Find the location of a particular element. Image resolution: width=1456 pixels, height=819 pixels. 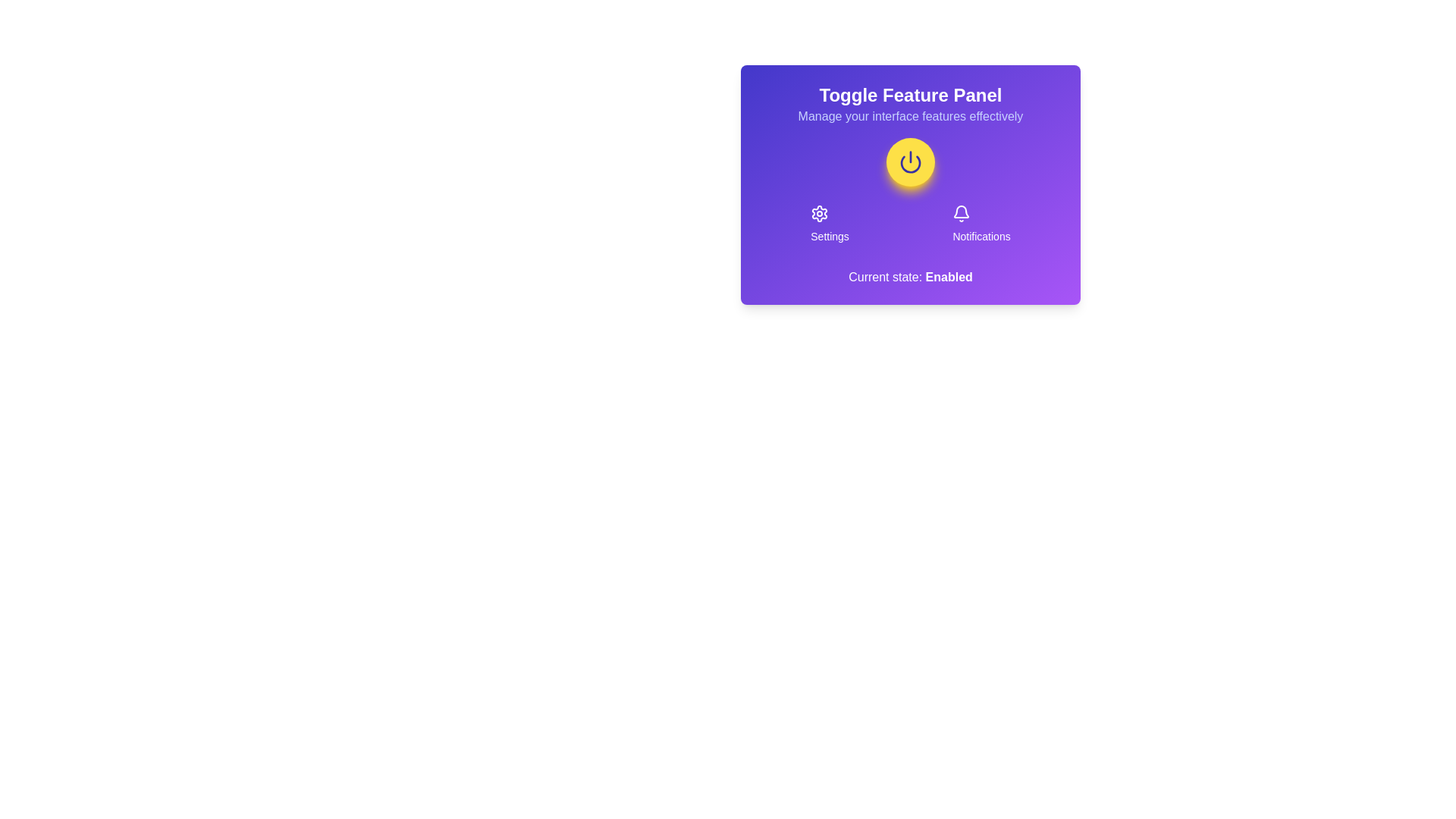

the text block displaying 'Toggle Feature Panel' and its subtitle 'Manage your interface features effectively' to read the text is located at coordinates (910, 104).